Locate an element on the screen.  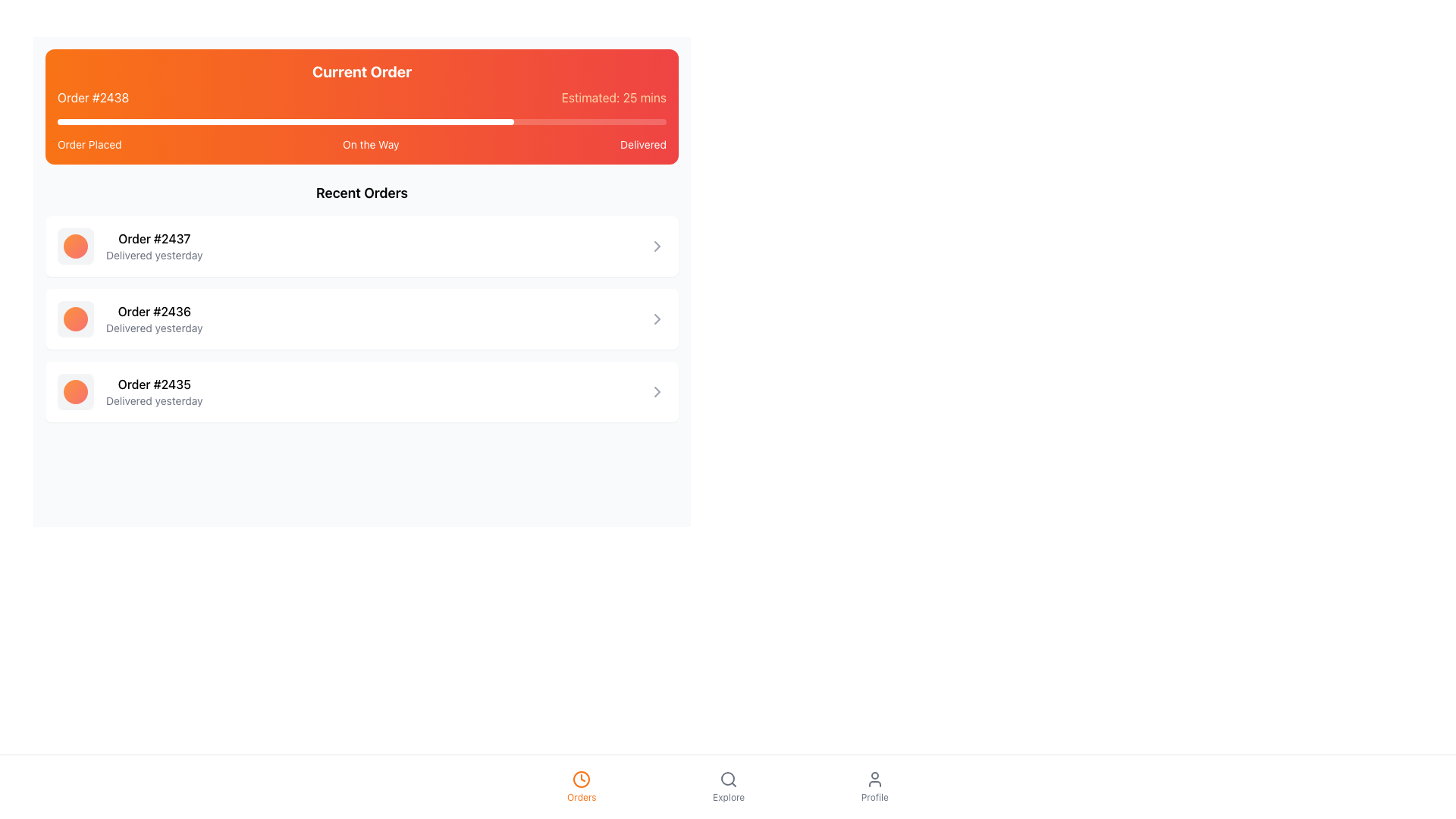
the Text Label that indicates the content and purpose of the section below related to the user's current order details, positioned at the top of the section is located at coordinates (361, 72).